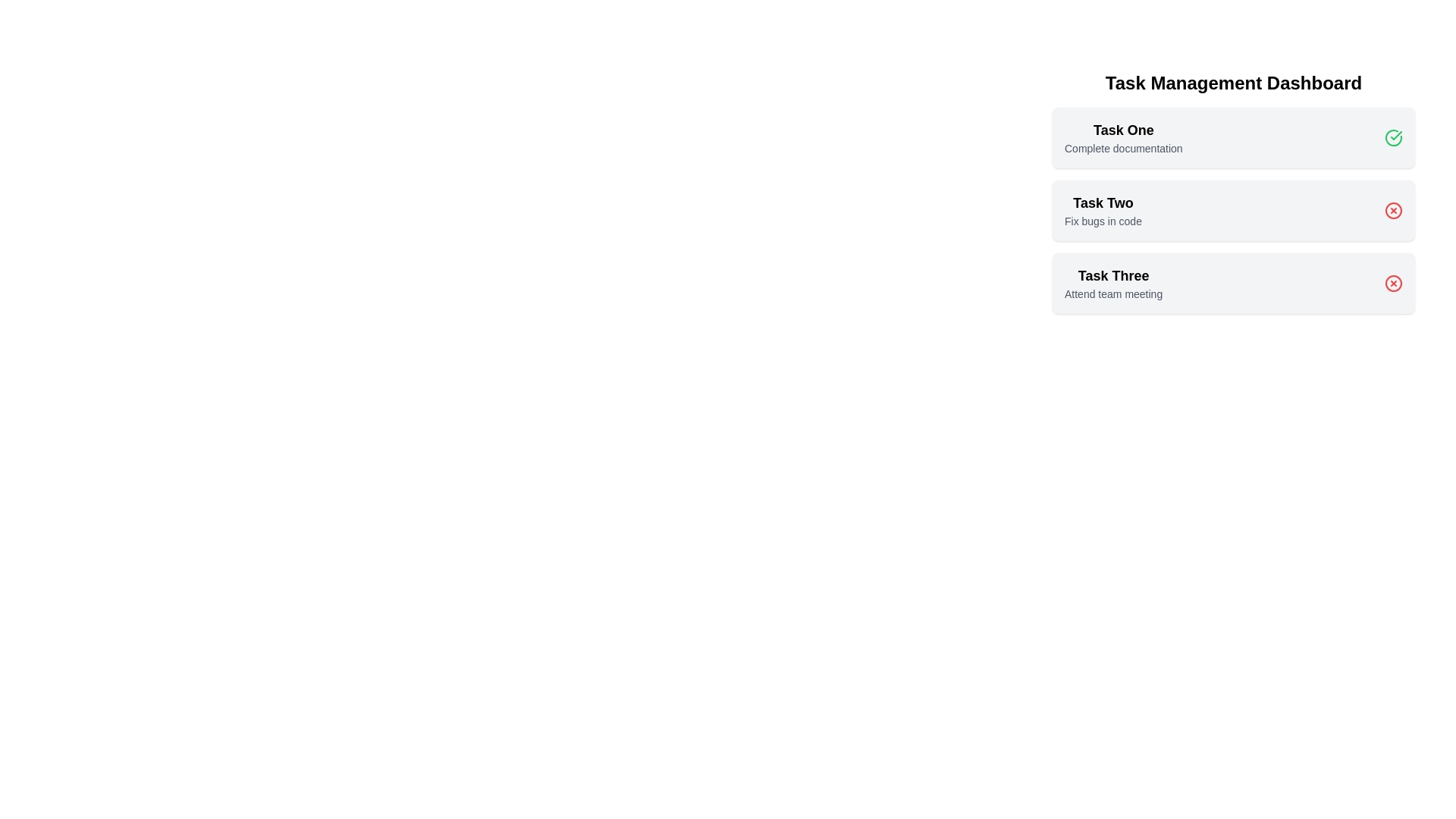 The image size is (1456, 819). I want to click on the list item Task One to inspect its hover effect, so click(1123, 137).